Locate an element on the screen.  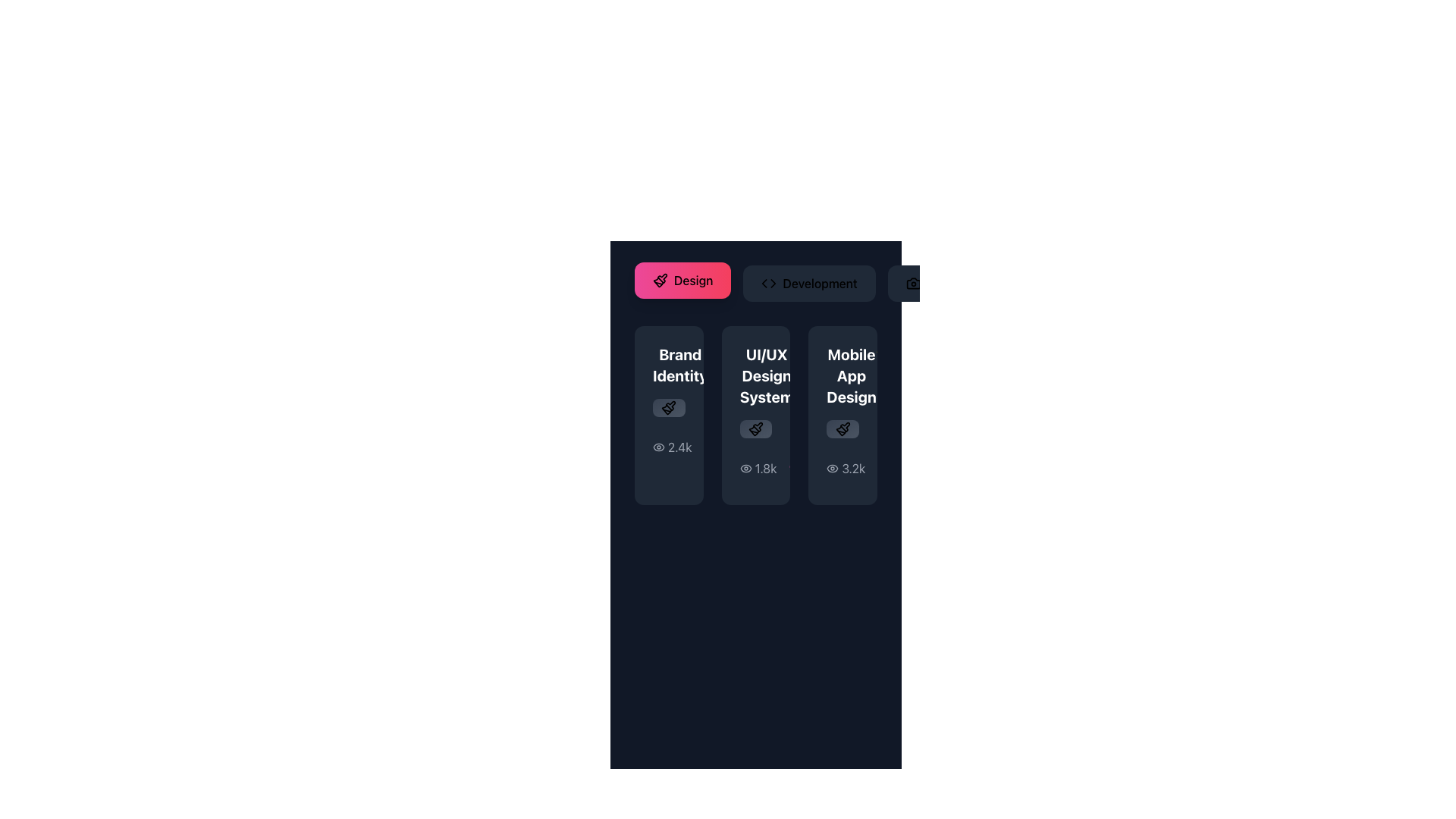
the gray eye icon located in the middle panel labeled 'UI/UX Design System', which is positioned to the left of the '1.8k' text is located at coordinates (745, 467).